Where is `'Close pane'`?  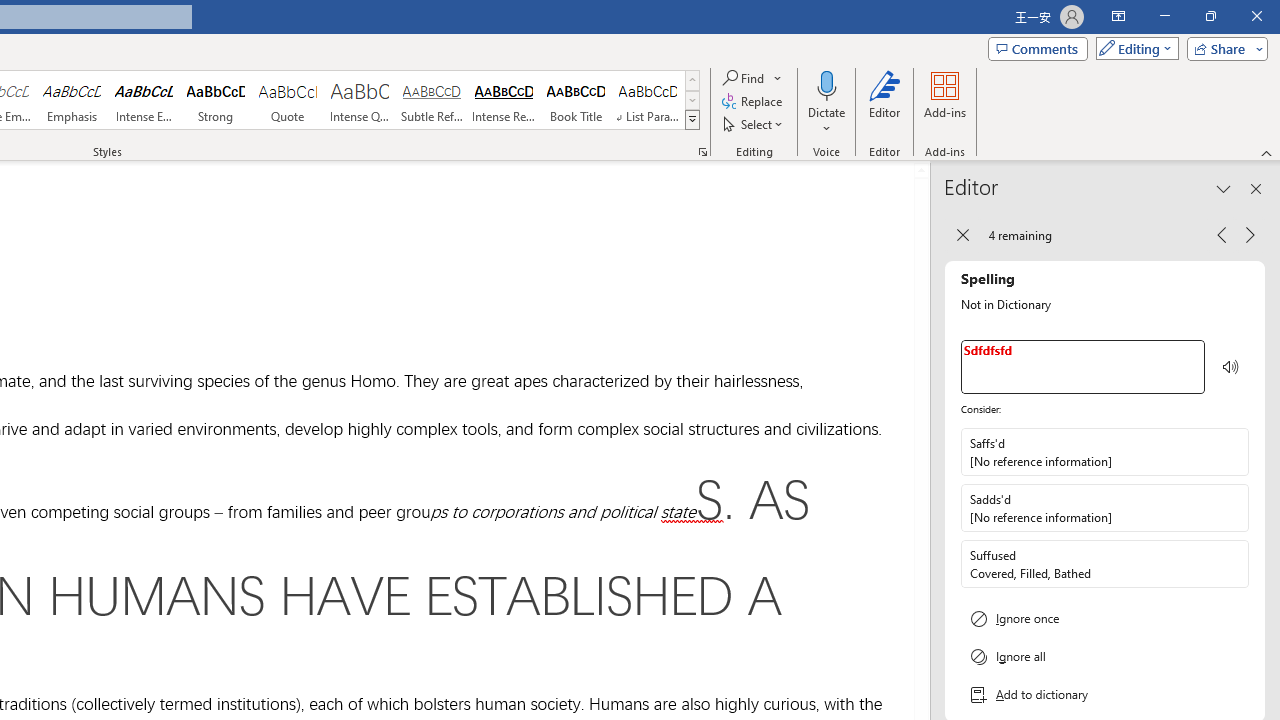 'Close pane' is located at coordinates (1255, 189).